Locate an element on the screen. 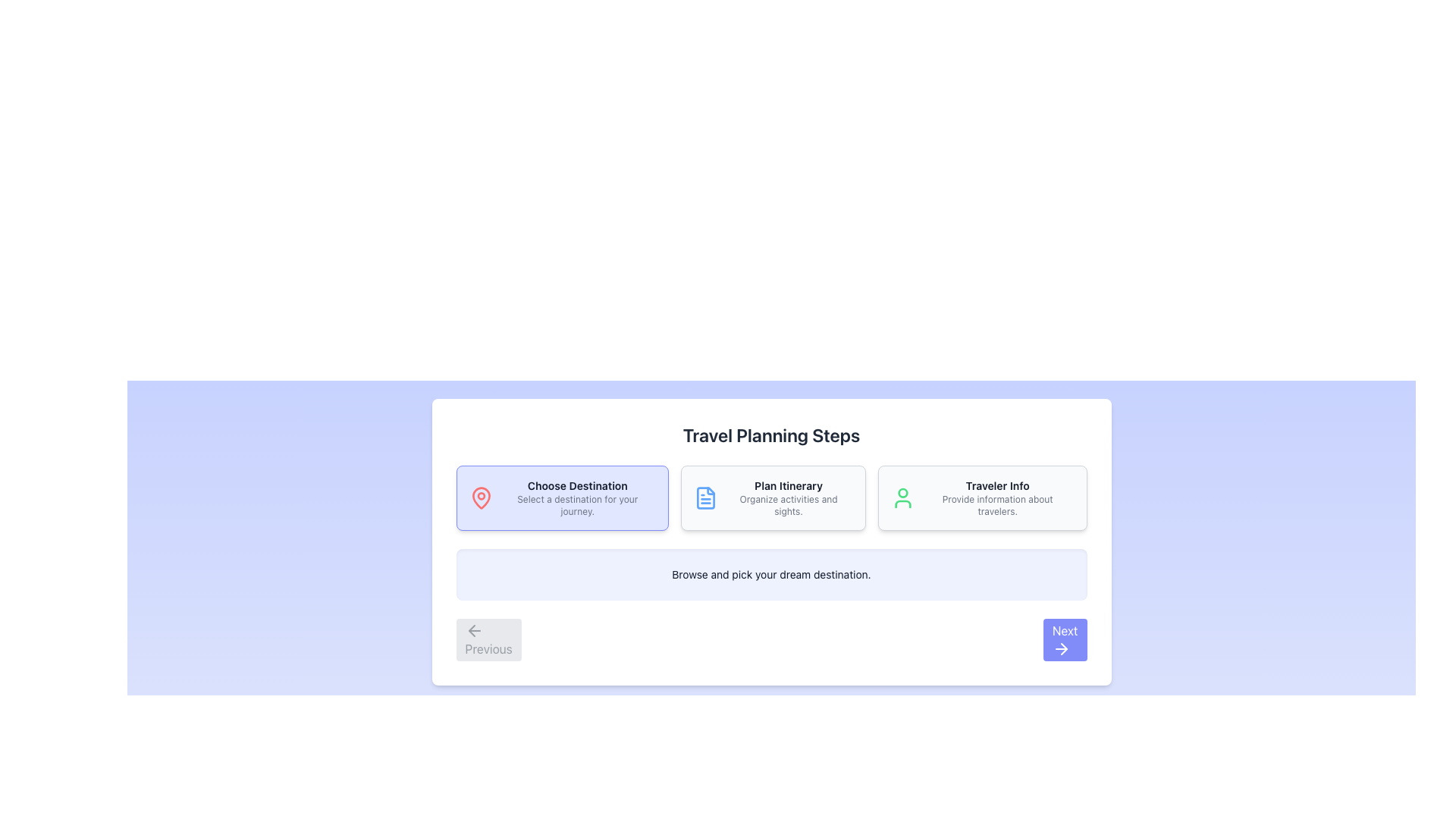  the center of the horizontal navigation step indicator to interact with the travel planning steps is located at coordinates (771, 497).